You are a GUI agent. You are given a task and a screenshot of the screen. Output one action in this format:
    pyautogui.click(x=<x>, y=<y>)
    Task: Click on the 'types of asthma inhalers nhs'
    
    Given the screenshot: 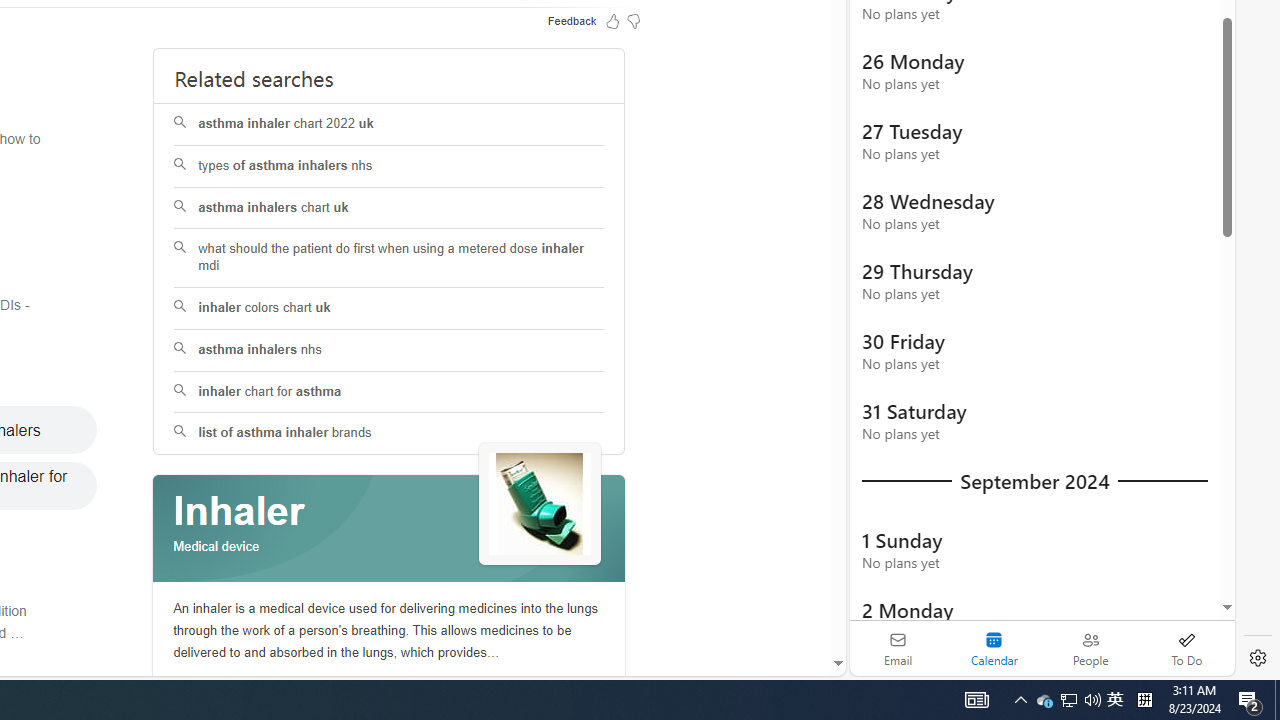 What is the action you would take?
    pyautogui.click(x=389, y=165)
    